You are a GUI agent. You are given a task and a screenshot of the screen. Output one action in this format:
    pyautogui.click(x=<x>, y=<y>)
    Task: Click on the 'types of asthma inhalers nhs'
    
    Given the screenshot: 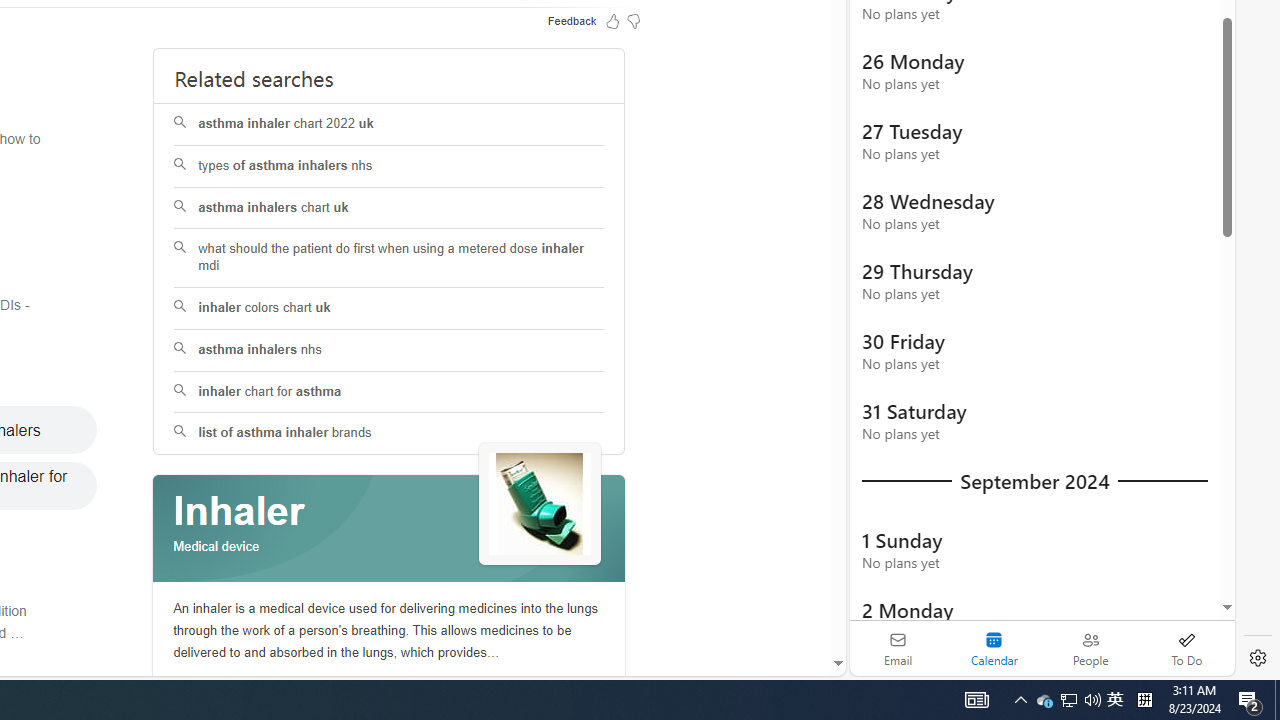 What is the action you would take?
    pyautogui.click(x=389, y=165)
    